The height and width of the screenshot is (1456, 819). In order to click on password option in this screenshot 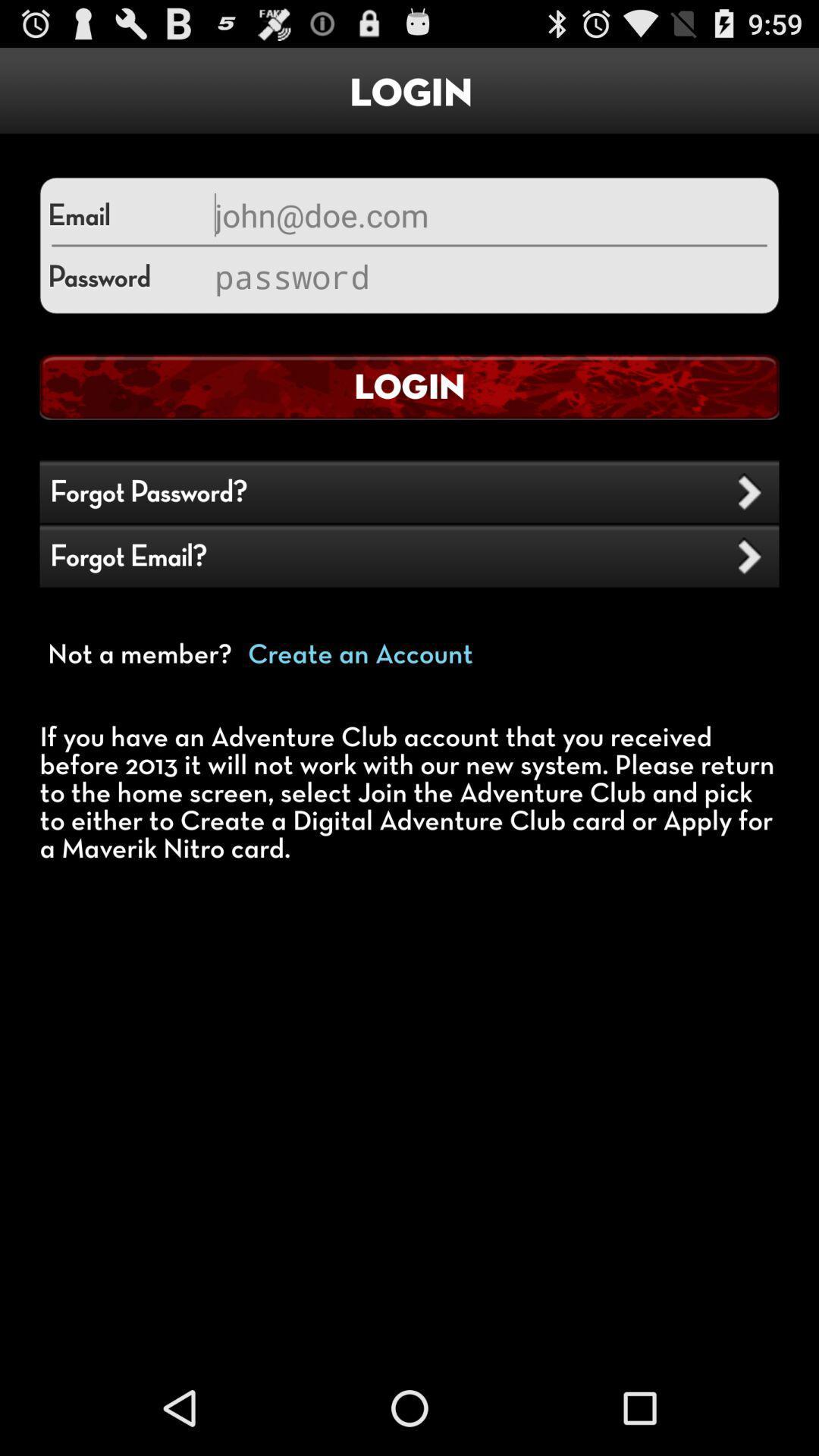, I will do `click(488, 276)`.